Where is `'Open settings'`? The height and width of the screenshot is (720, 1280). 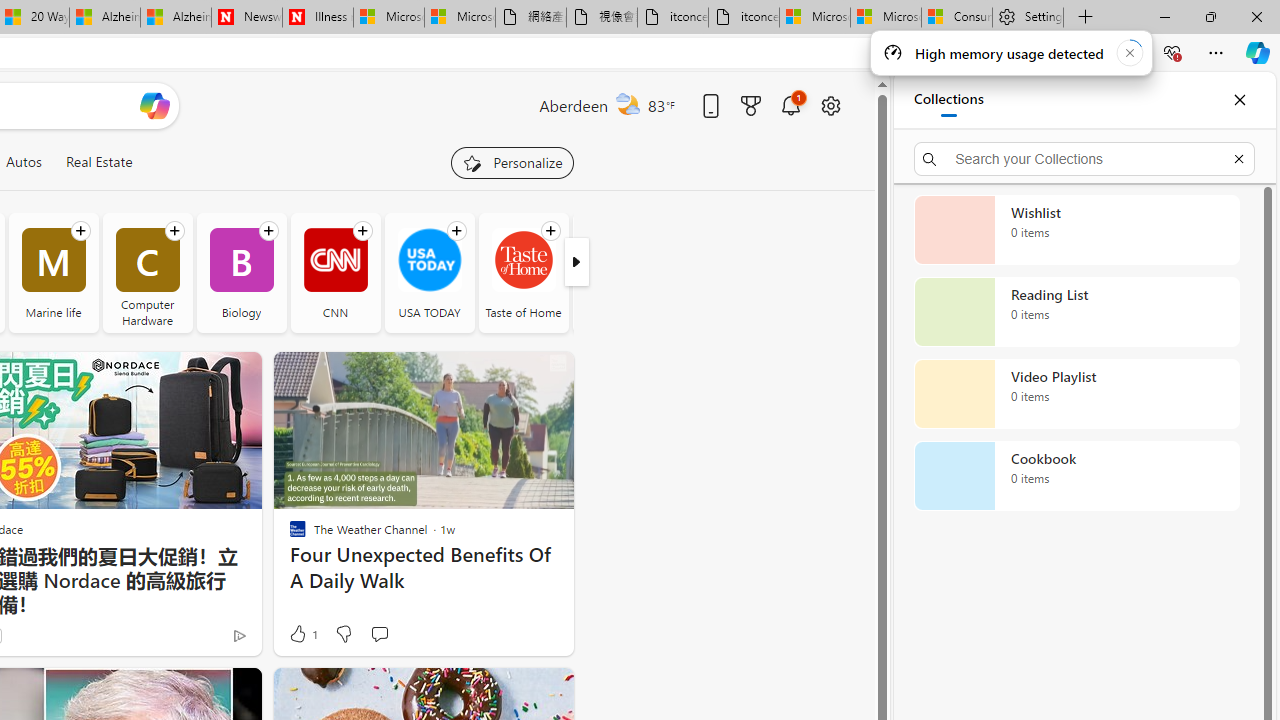 'Open settings' is located at coordinates (830, 105).